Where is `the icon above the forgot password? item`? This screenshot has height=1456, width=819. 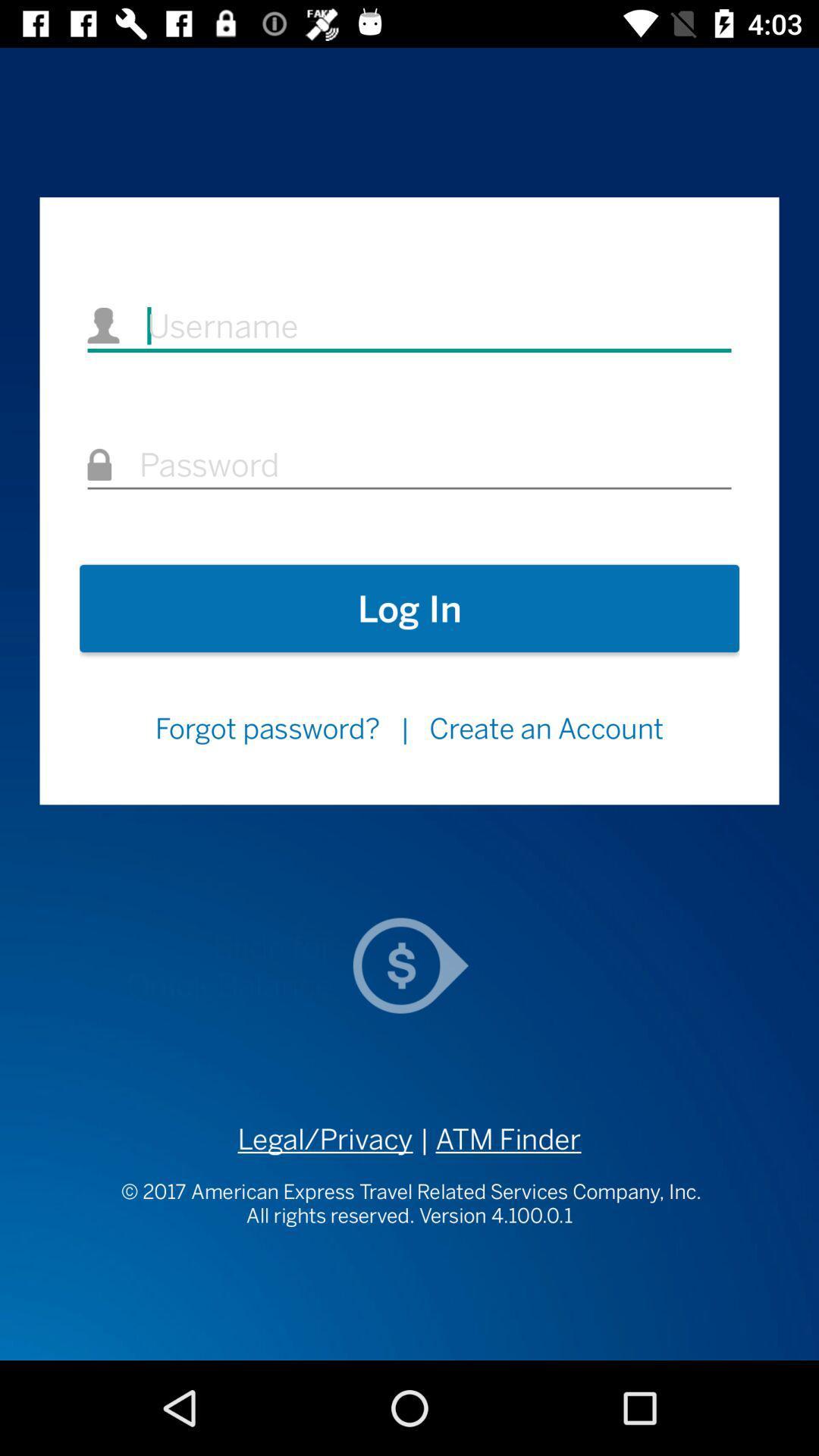 the icon above the forgot password? item is located at coordinates (409, 608).